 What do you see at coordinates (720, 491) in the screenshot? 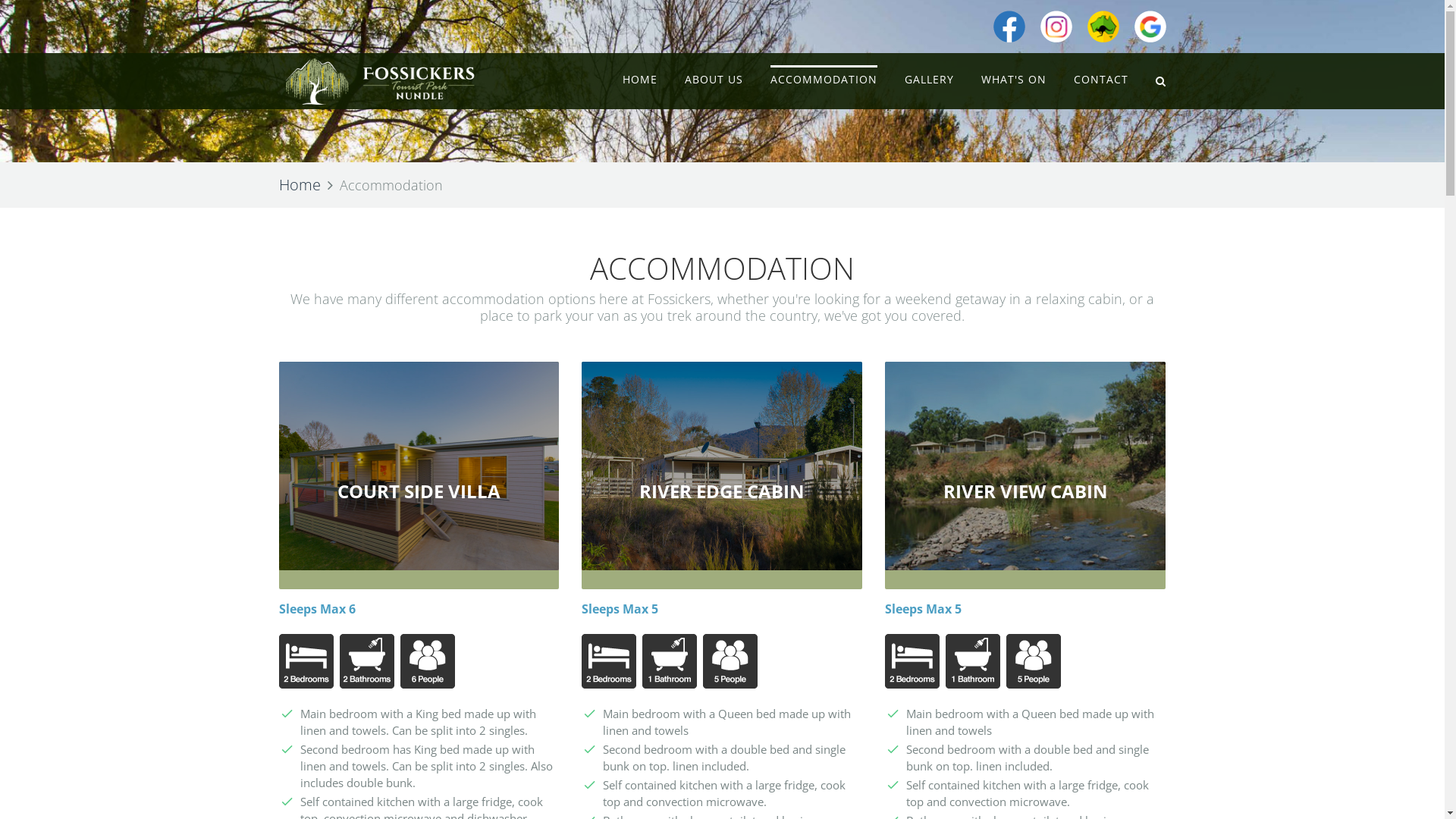
I see `'RIVER EDGE CABIN'` at bounding box center [720, 491].